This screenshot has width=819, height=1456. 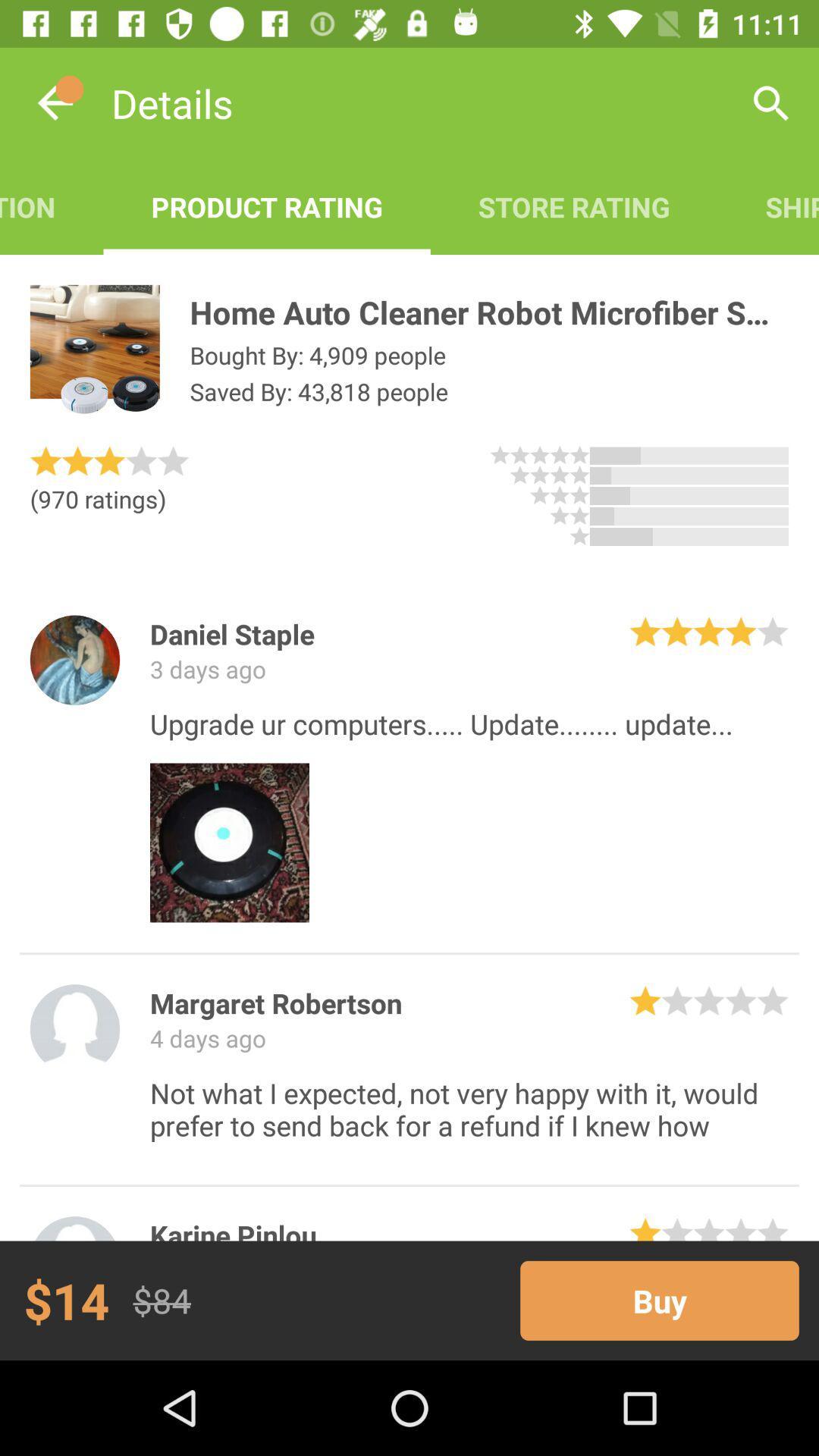 What do you see at coordinates (768, 206) in the screenshot?
I see `icon above home auto cleaner item` at bounding box center [768, 206].